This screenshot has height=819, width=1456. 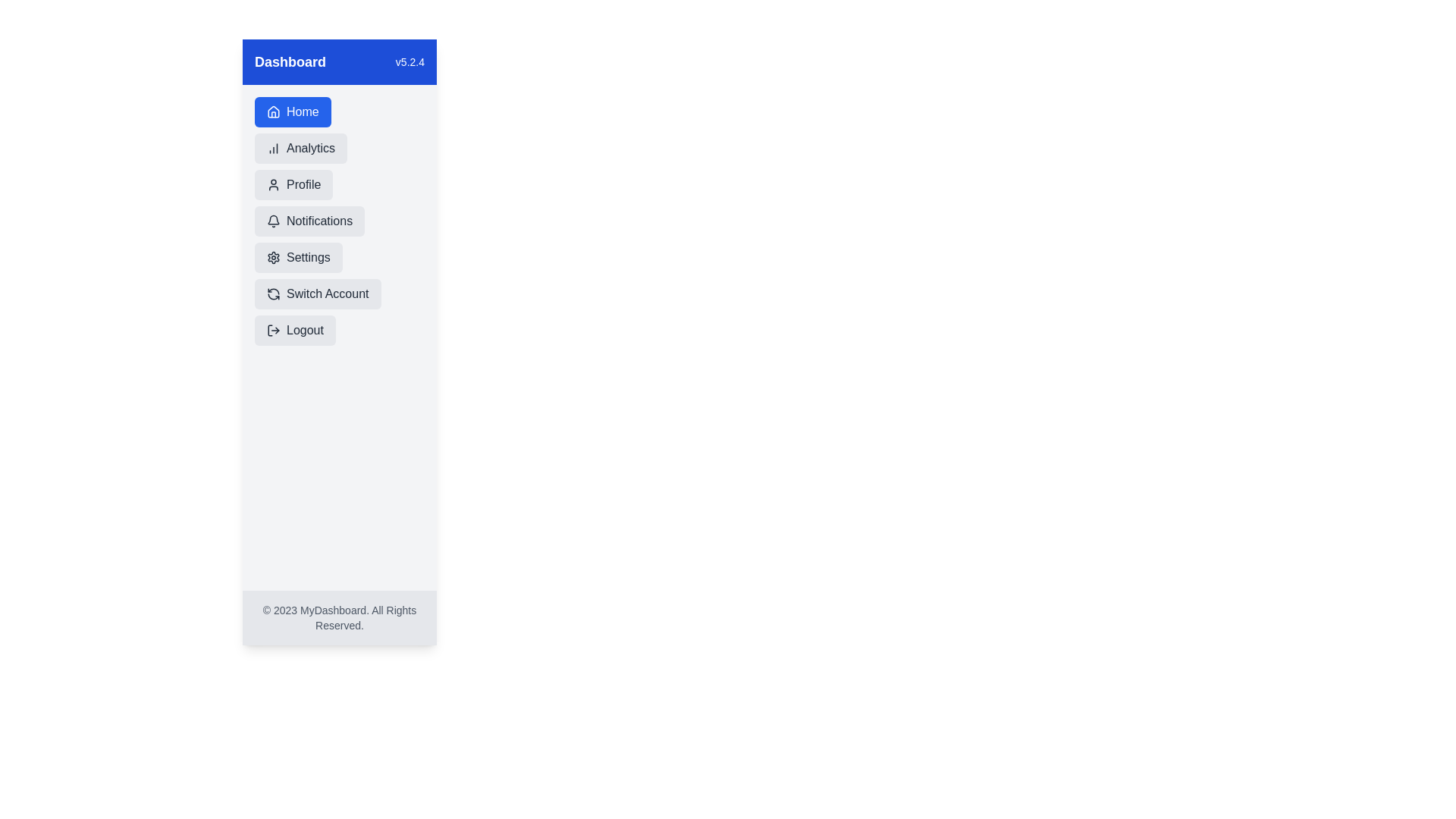 I want to click on the 'Notifications' text label in the menu button, so click(x=318, y=221).